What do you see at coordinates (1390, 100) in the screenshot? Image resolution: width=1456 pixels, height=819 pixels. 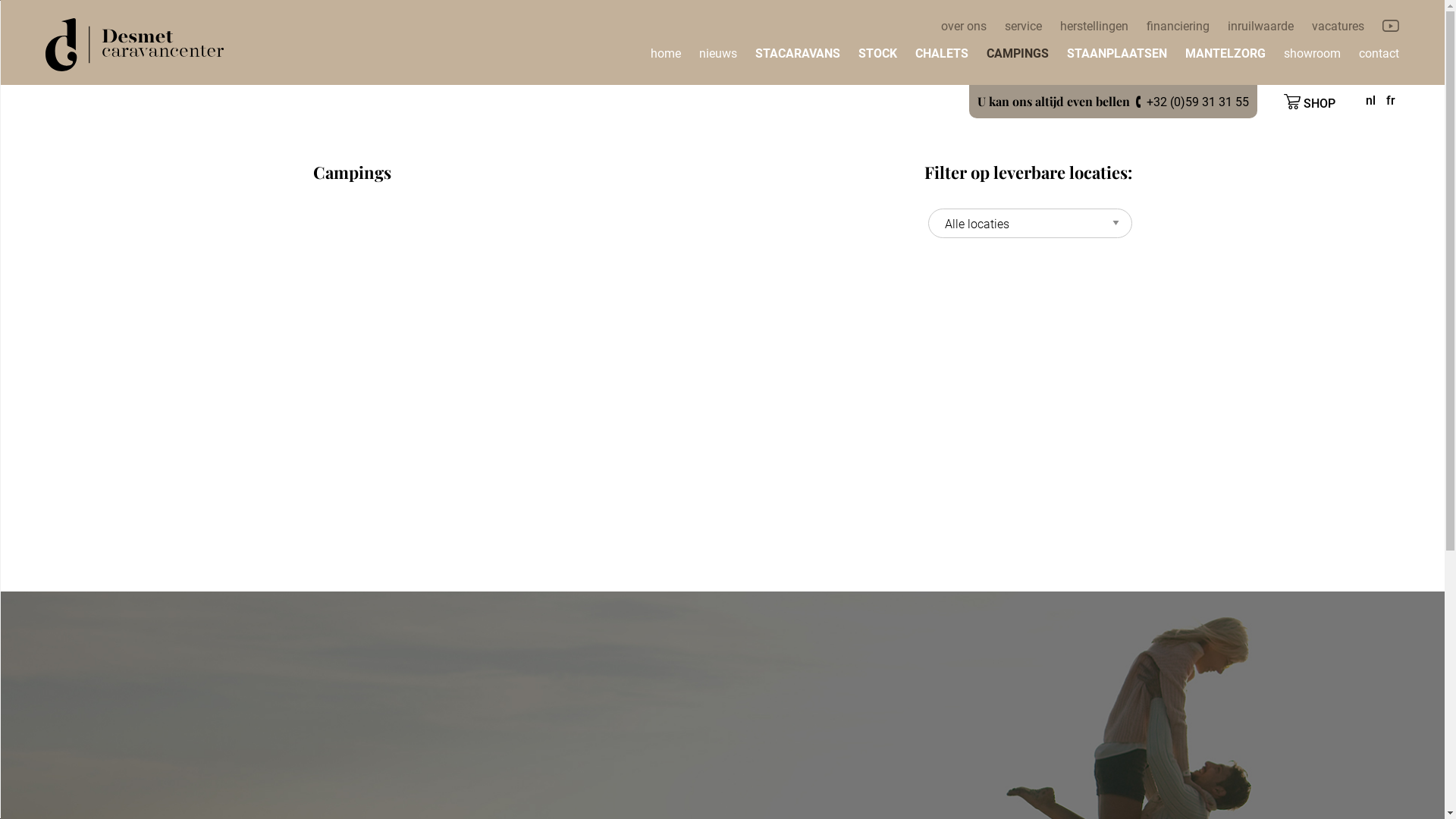 I see `'fr'` at bounding box center [1390, 100].